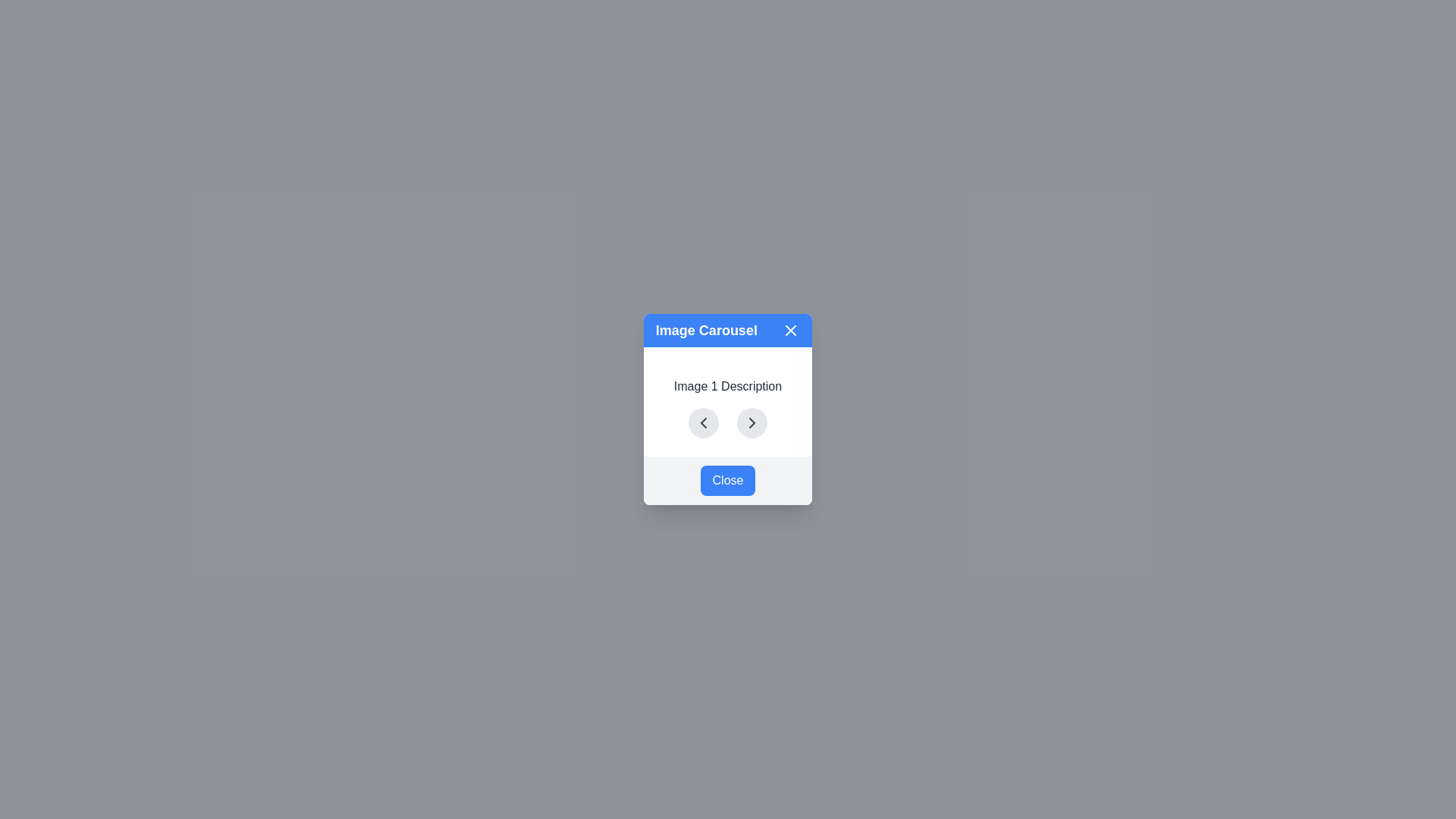 The width and height of the screenshot is (1456, 819). Describe the element at coordinates (752, 423) in the screenshot. I see `the 'next' button located at the bottom center of the dialog box, to the right of the left-pointing arrow button` at that location.